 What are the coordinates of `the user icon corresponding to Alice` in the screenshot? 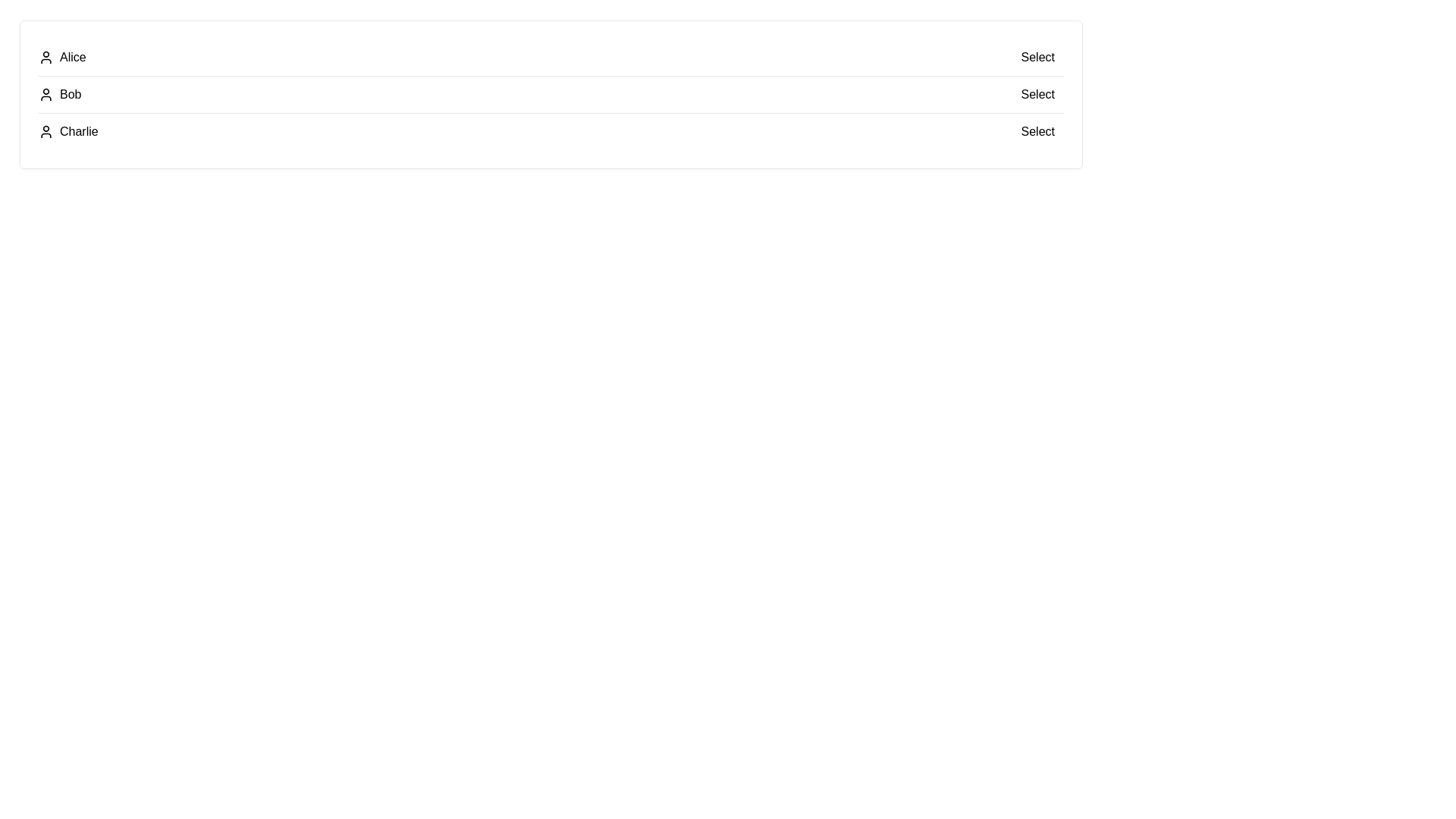 It's located at (46, 57).